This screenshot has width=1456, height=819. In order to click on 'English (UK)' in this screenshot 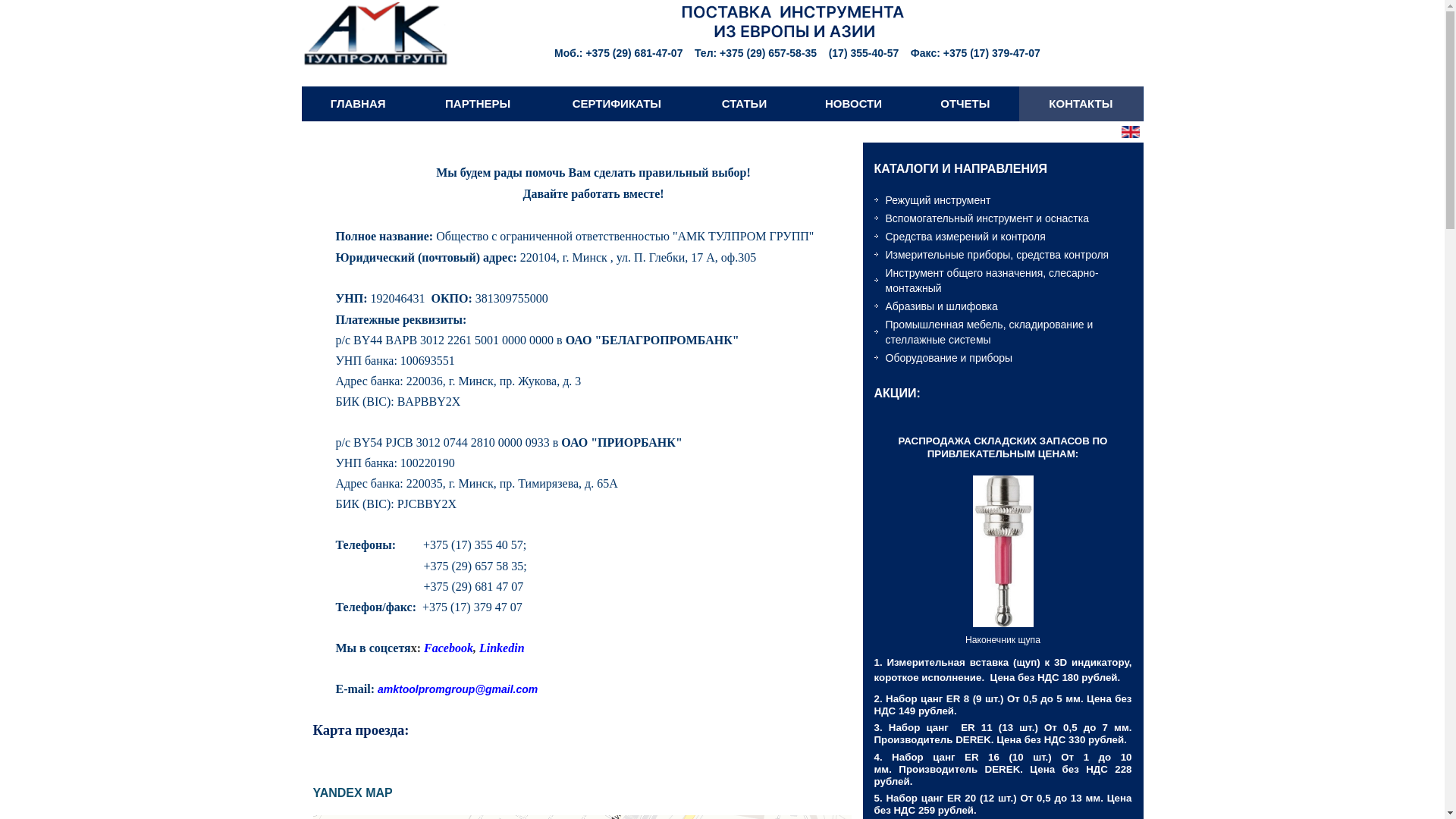, I will do `click(1129, 130)`.